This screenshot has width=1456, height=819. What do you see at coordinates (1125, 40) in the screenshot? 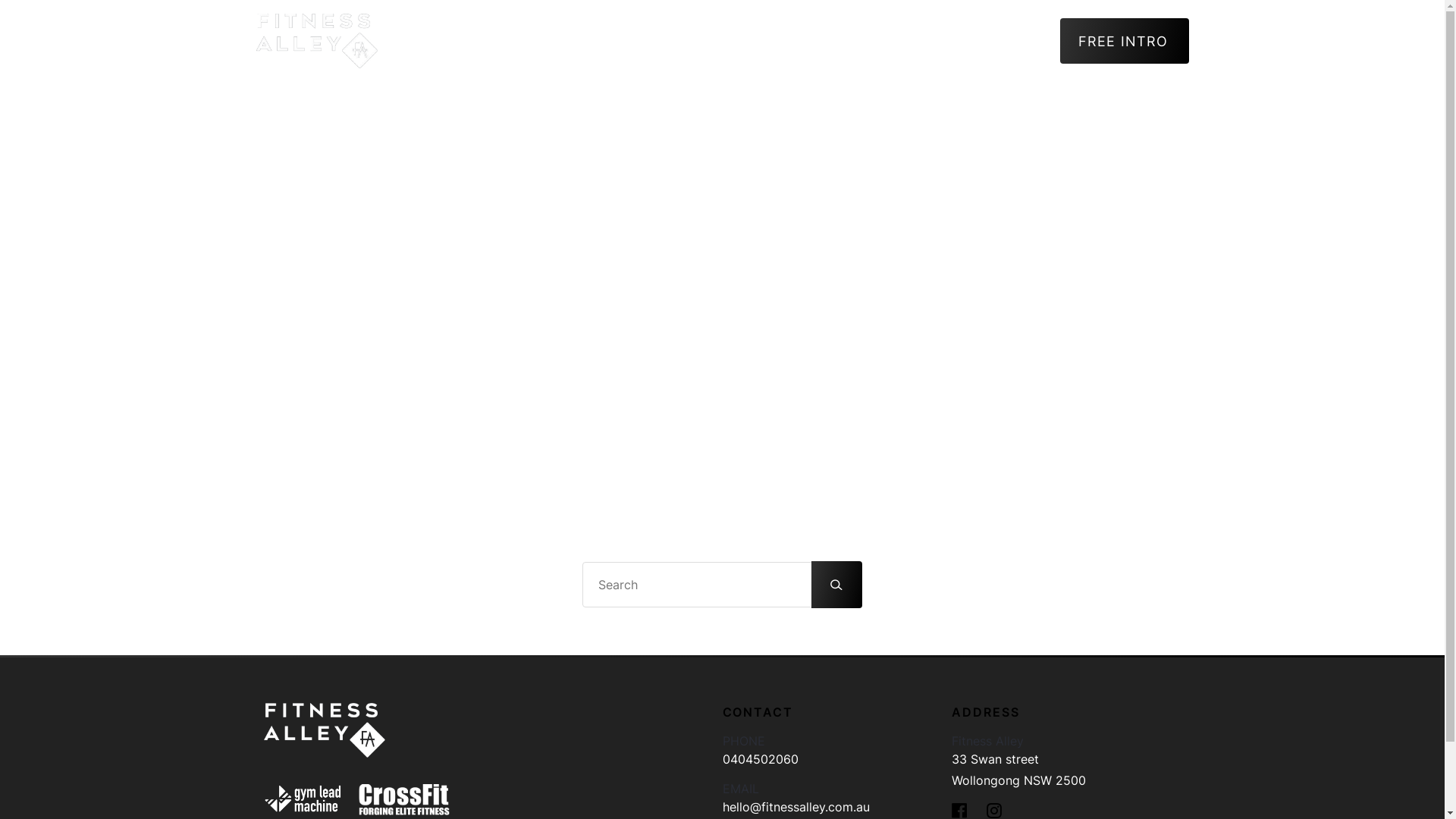
I see `'FREE INTRO'` at bounding box center [1125, 40].